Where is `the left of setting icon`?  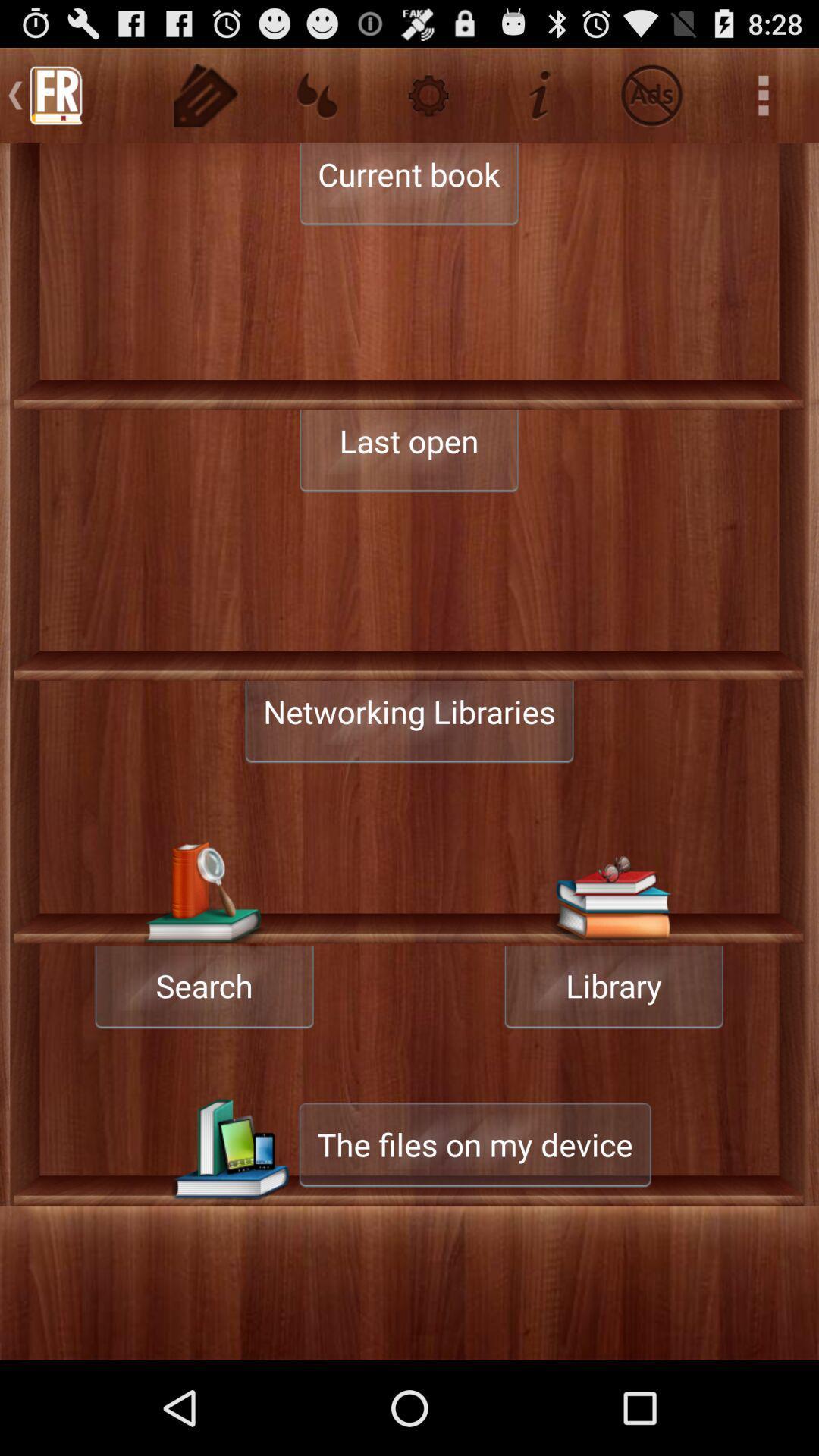
the left of setting icon is located at coordinates (316, 94).